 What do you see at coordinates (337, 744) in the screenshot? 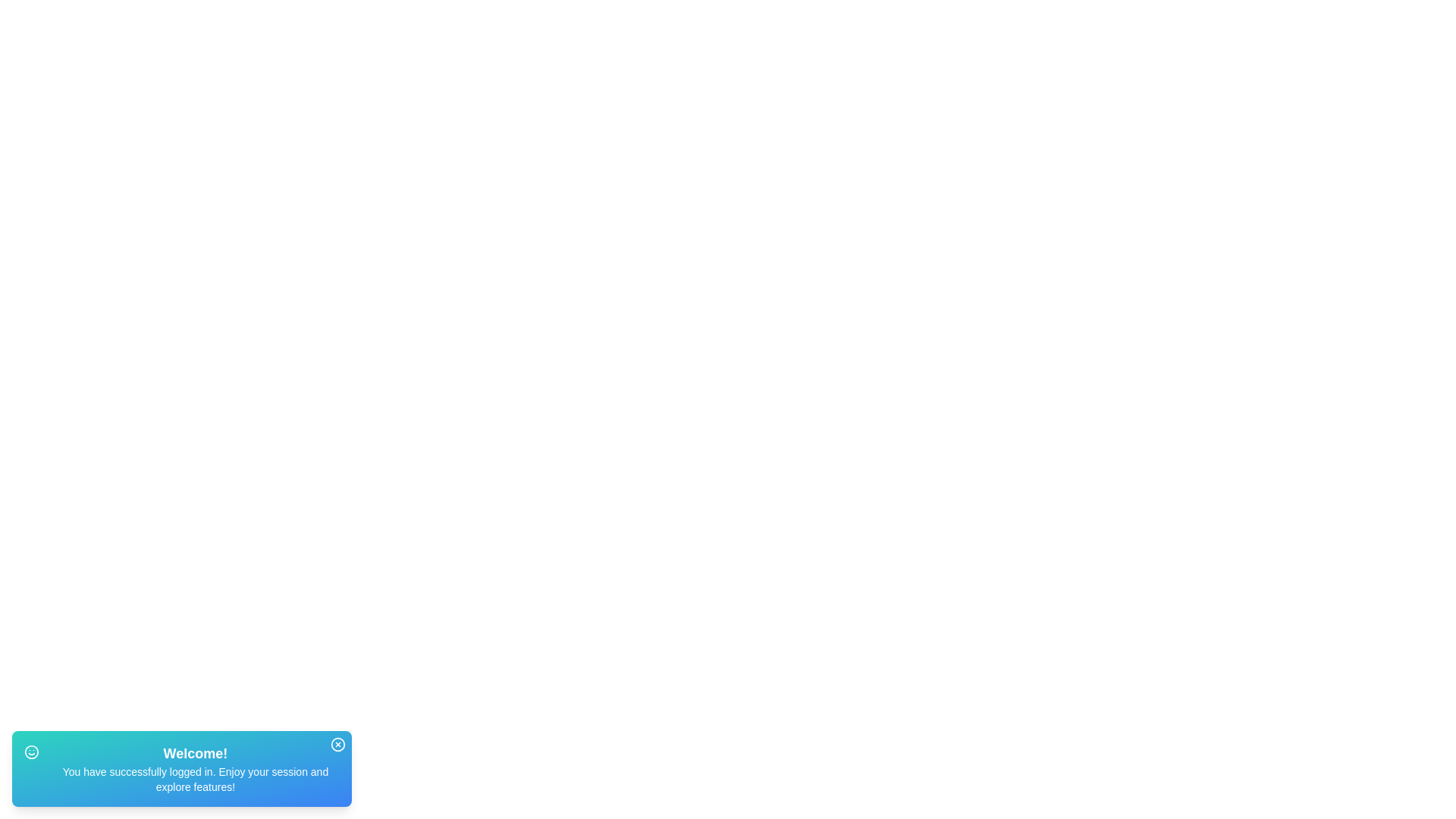
I see `the close button of the snackbar to dismiss it` at bounding box center [337, 744].